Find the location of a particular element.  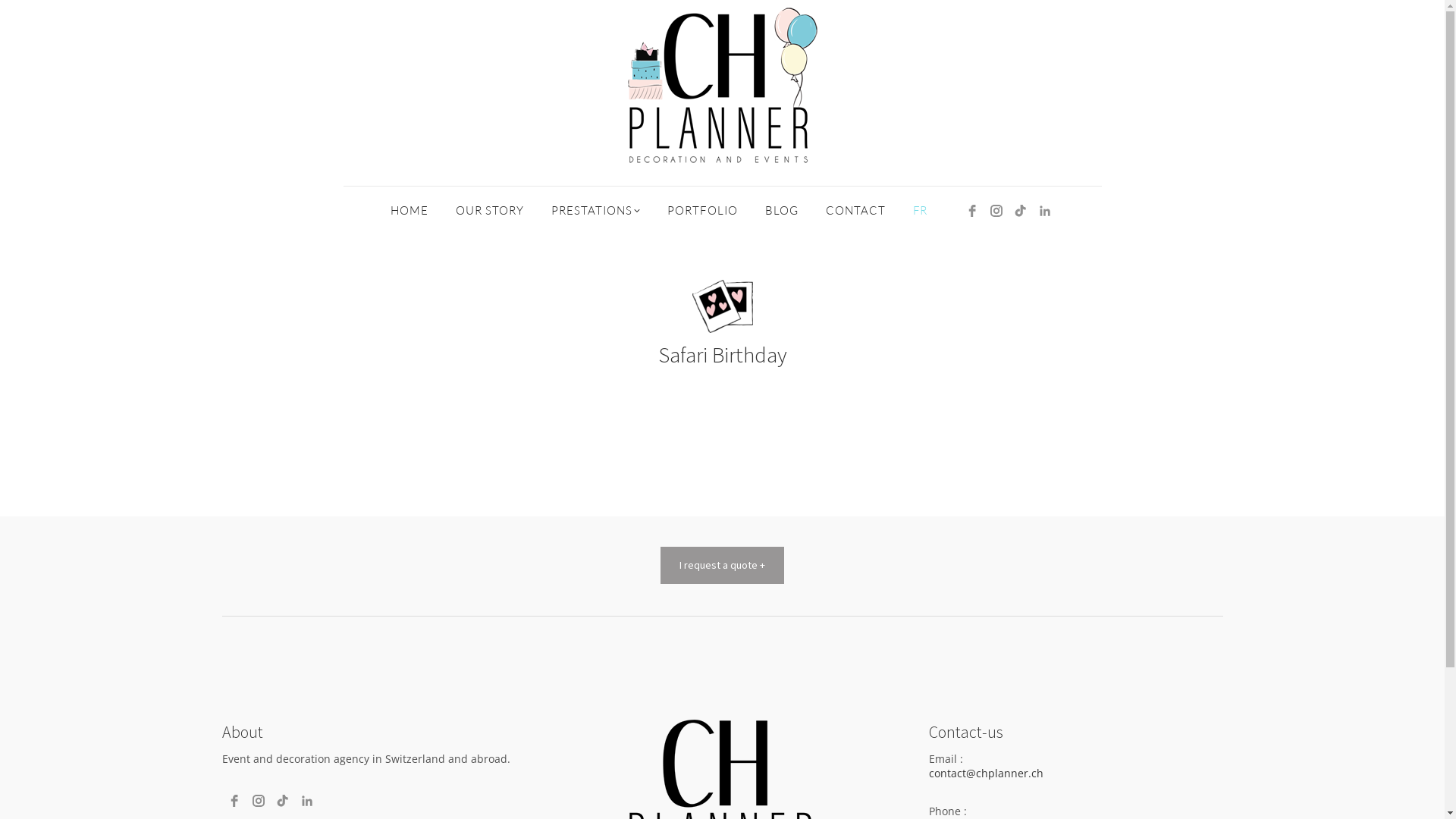

'BLOG' is located at coordinates (782, 210).